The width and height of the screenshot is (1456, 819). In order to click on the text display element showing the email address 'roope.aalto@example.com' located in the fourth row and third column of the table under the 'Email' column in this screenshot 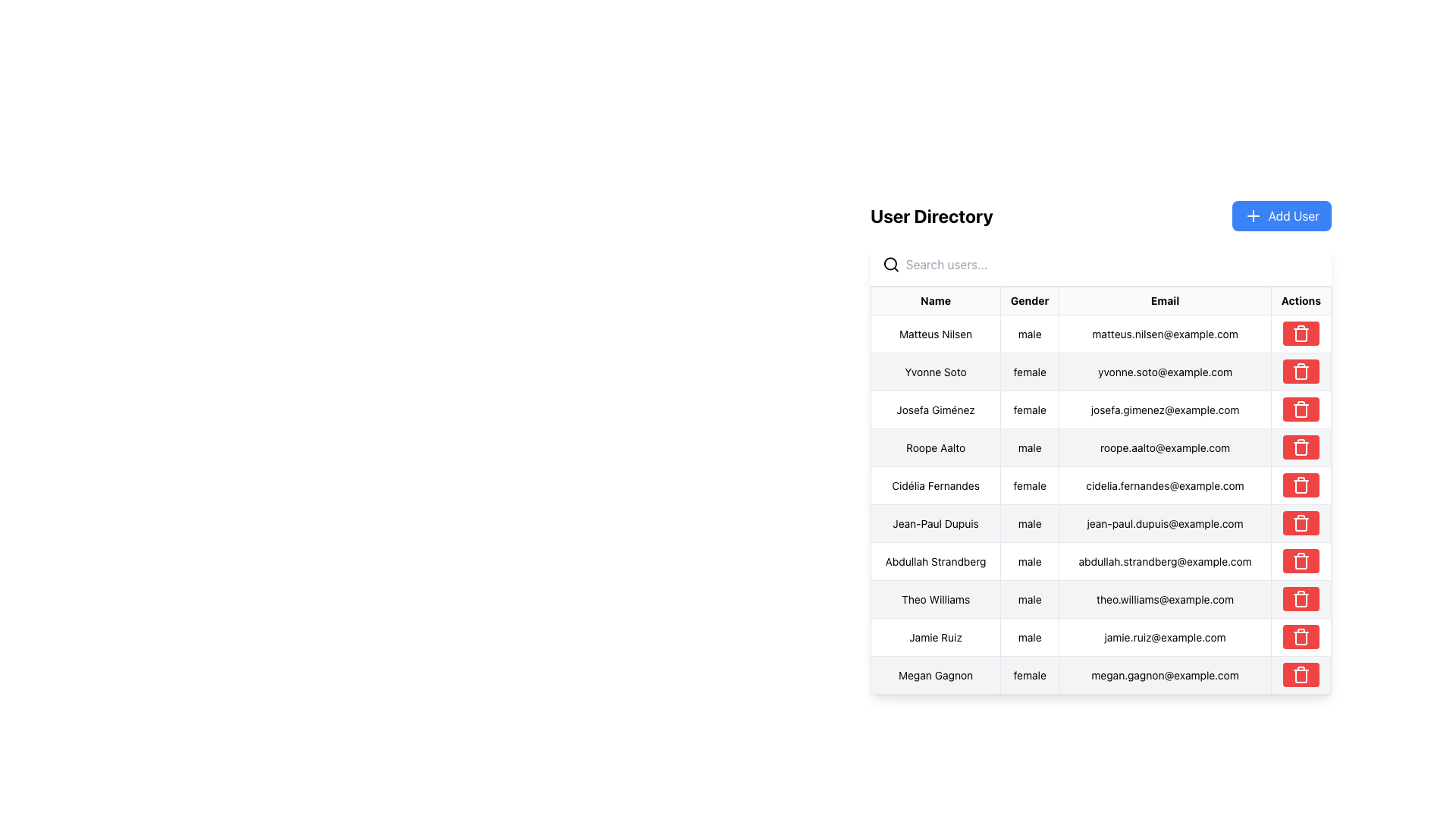, I will do `click(1164, 447)`.